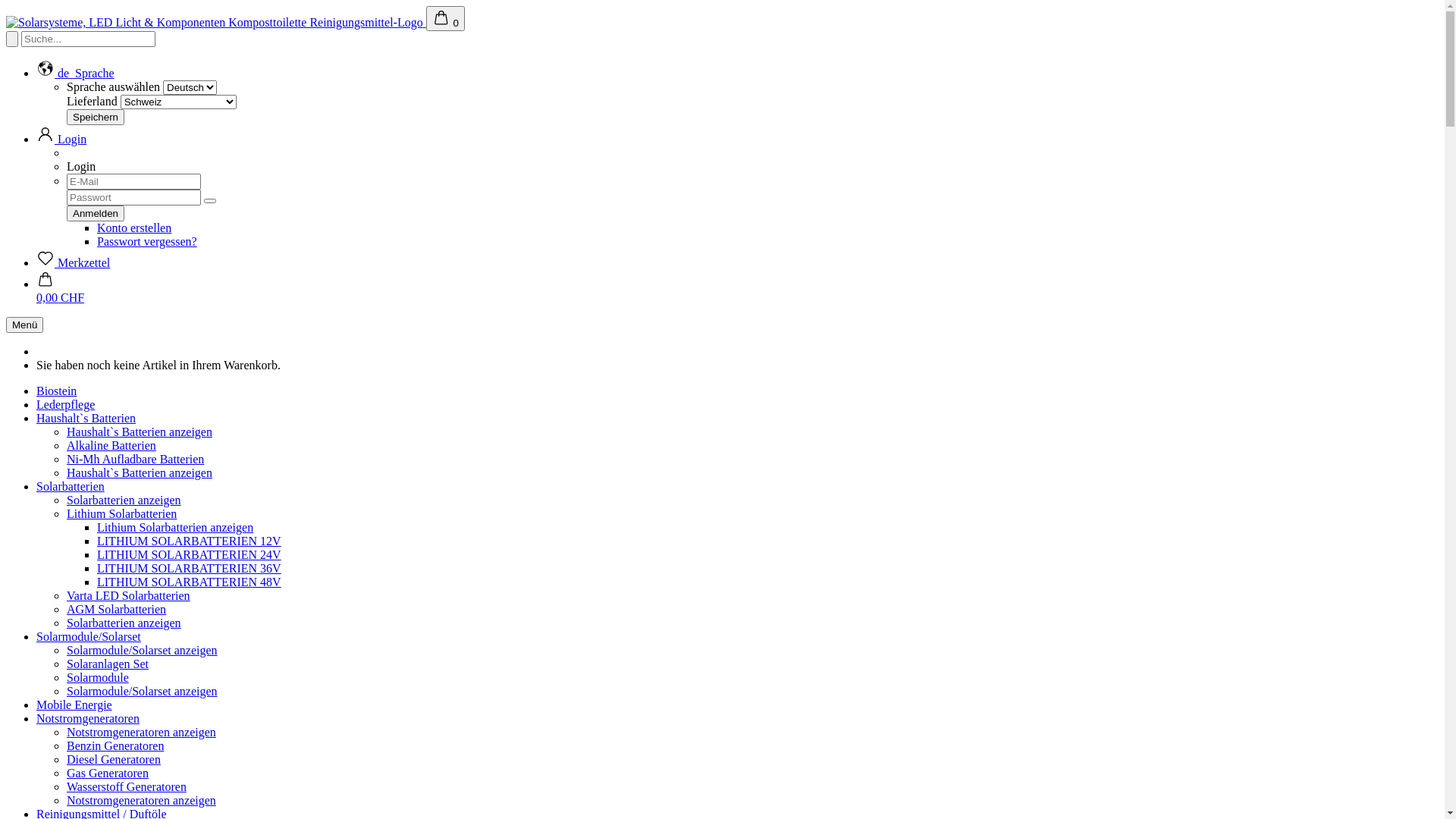 This screenshot has width=1456, height=819. What do you see at coordinates (65, 595) in the screenshot?
I see `'Varta LED Solarbatterien'` at bounding box center [65, 595].